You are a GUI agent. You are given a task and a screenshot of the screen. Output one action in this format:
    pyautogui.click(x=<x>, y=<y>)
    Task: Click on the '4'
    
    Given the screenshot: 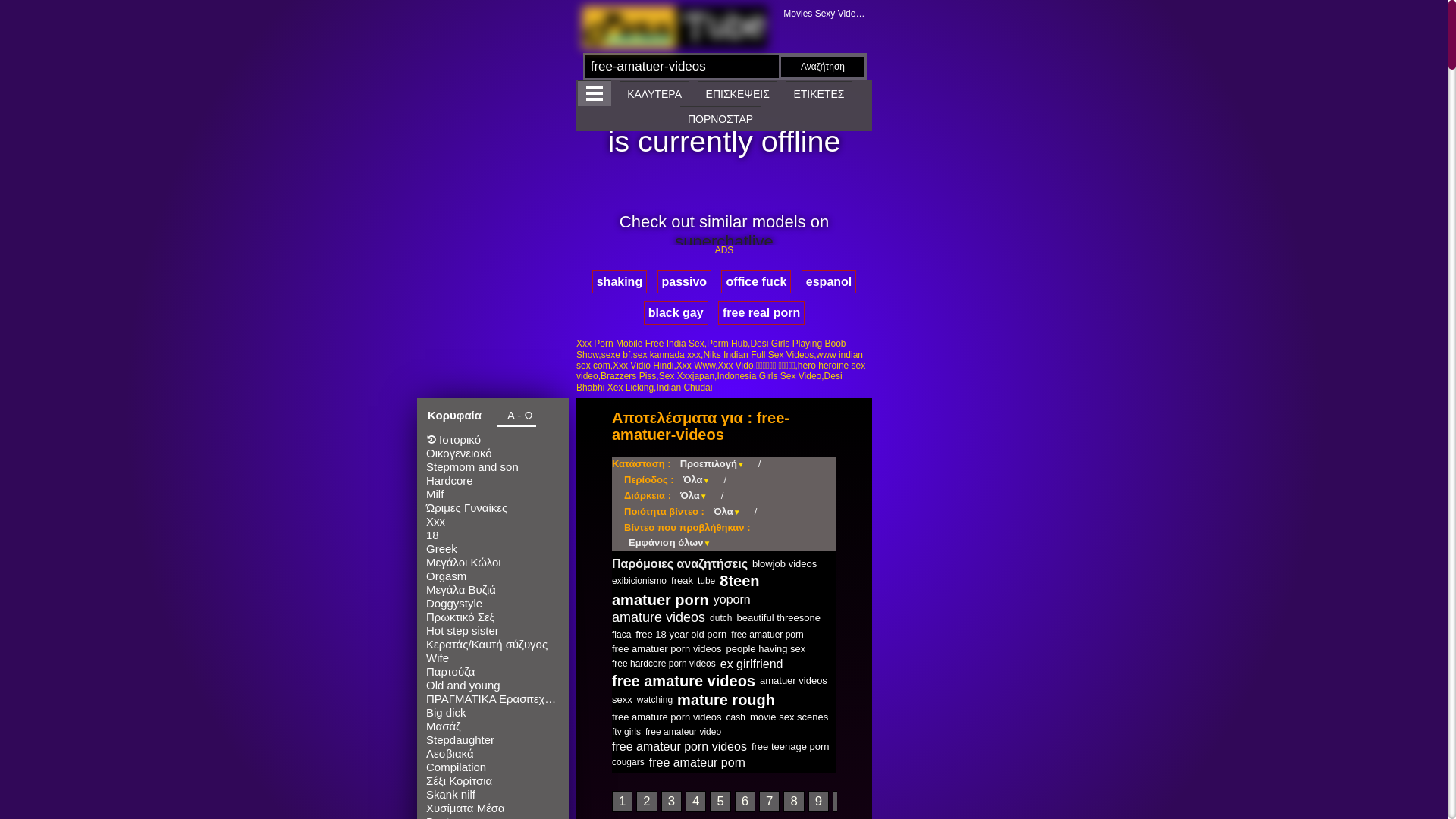 What is the action you would take?
    pyautogui.click(x=695, y=800)
    